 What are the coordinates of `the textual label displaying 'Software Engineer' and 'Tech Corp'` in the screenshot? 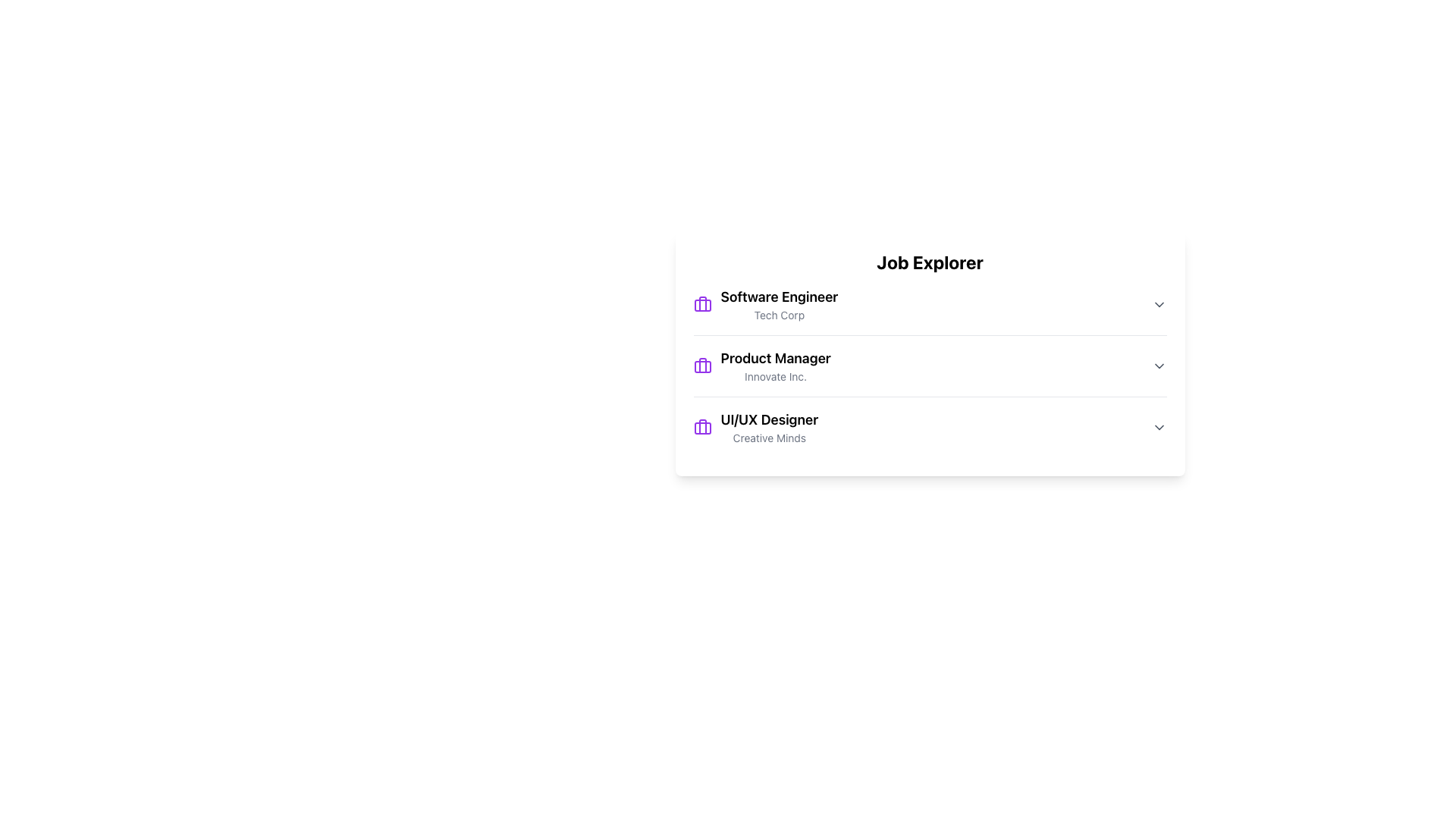 It's located at (779, 304).